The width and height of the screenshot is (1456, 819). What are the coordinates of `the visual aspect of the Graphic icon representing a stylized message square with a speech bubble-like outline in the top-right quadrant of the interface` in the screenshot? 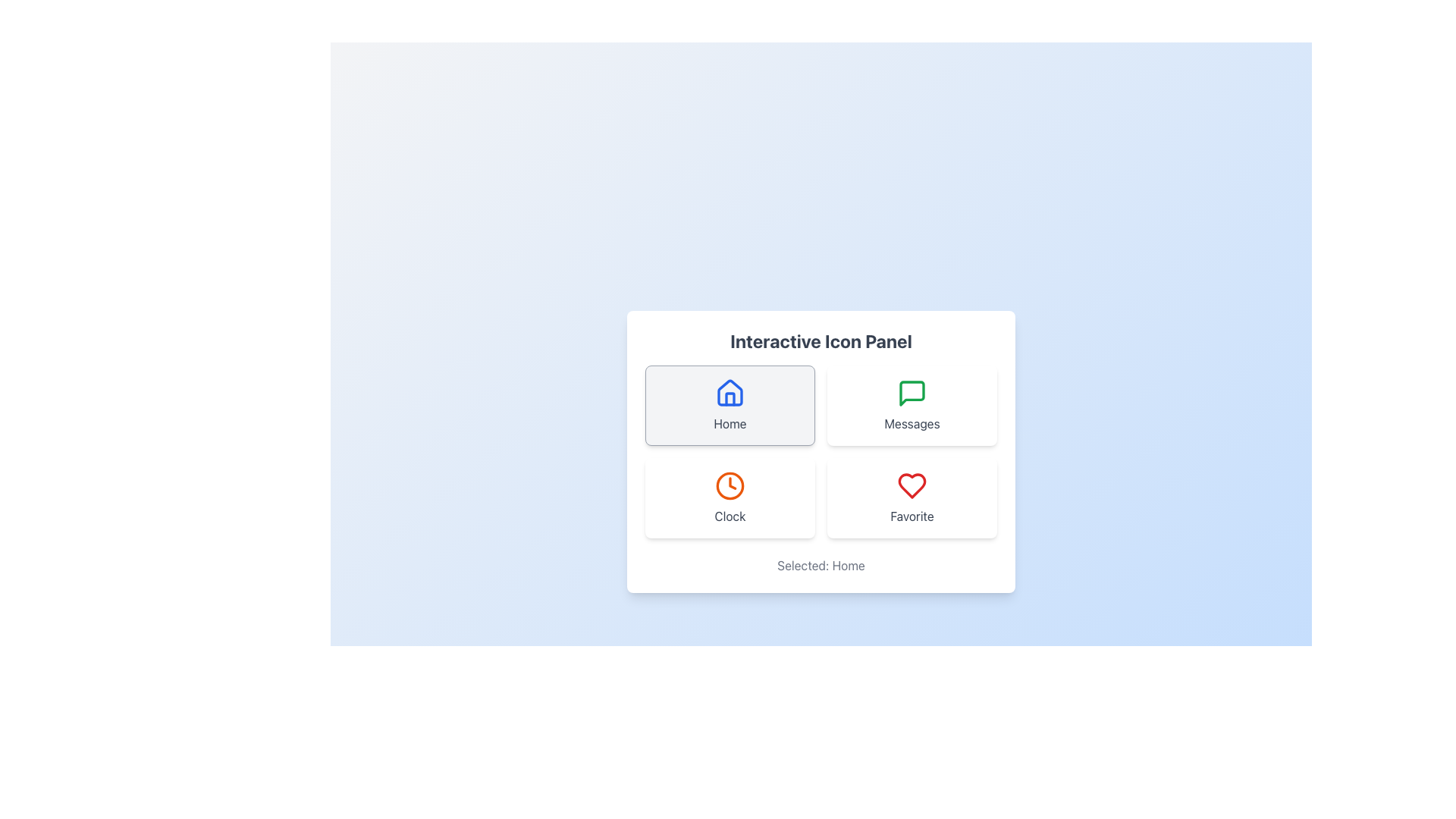 It's located at (912, 393).